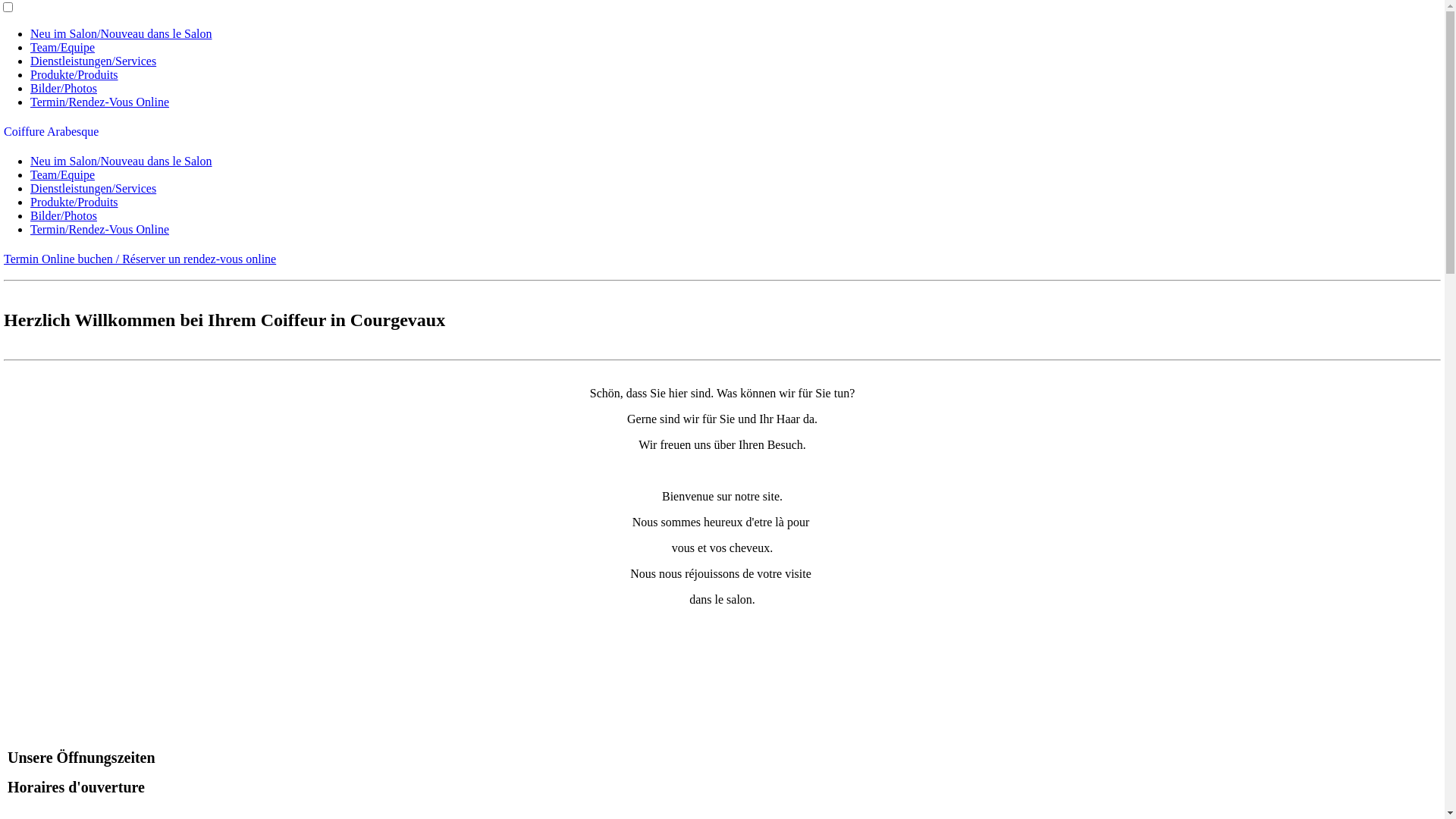  Describe the element at coordinates (30, 74) in the screenshot. I see `'Produkte/Produits'` at that location.